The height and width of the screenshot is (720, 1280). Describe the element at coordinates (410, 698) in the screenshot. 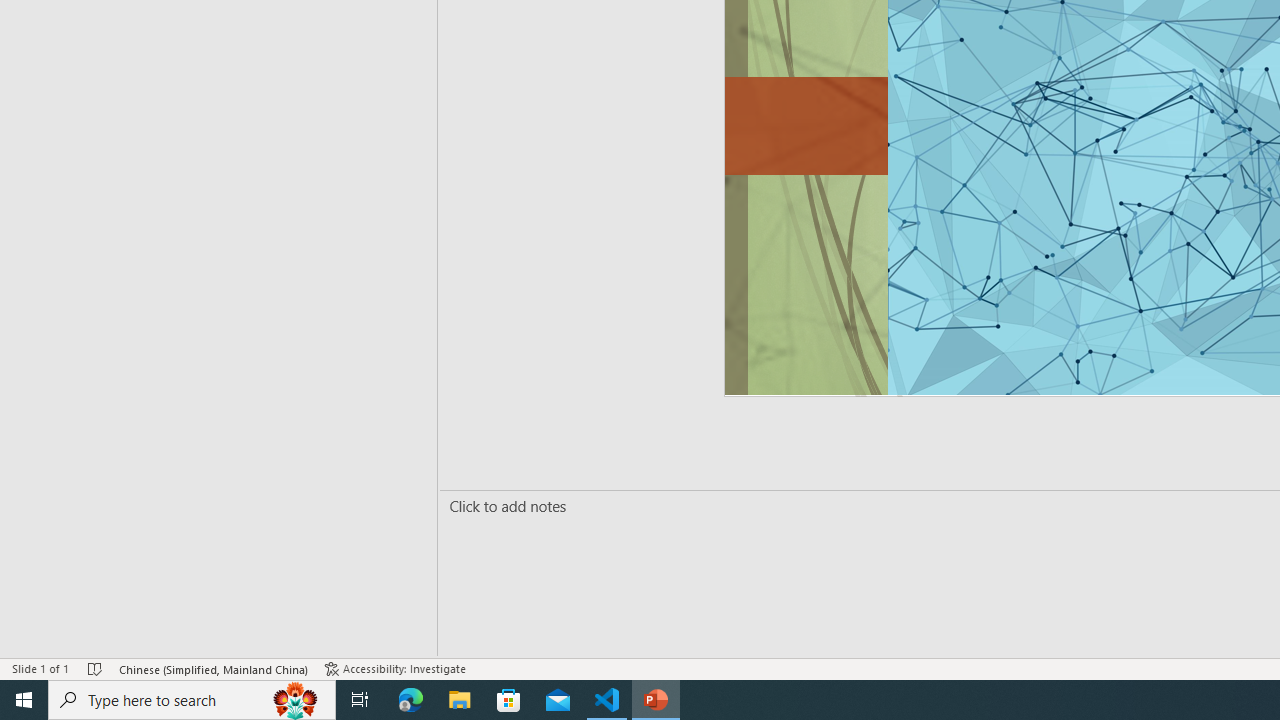

I see `'Microsoft Edge'` at that location.